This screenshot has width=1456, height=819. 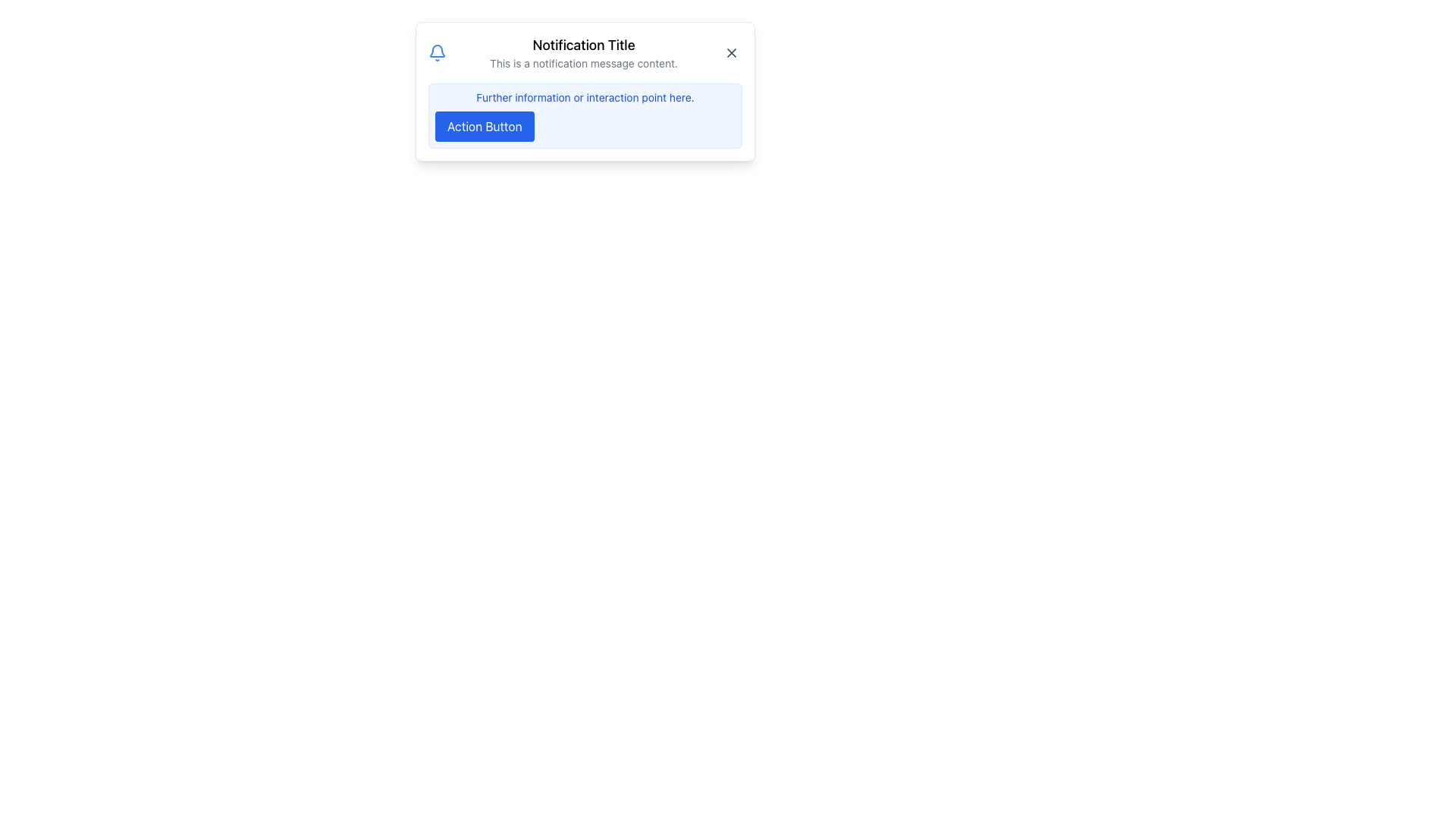 What do you see at coordinates (484, 125) in the screenshot?
I see `the 'Action Button' which is a rectangular button with a blue background and white text, located below the text 'Further information or interaction point here.'` at bounding box center [484, 125].